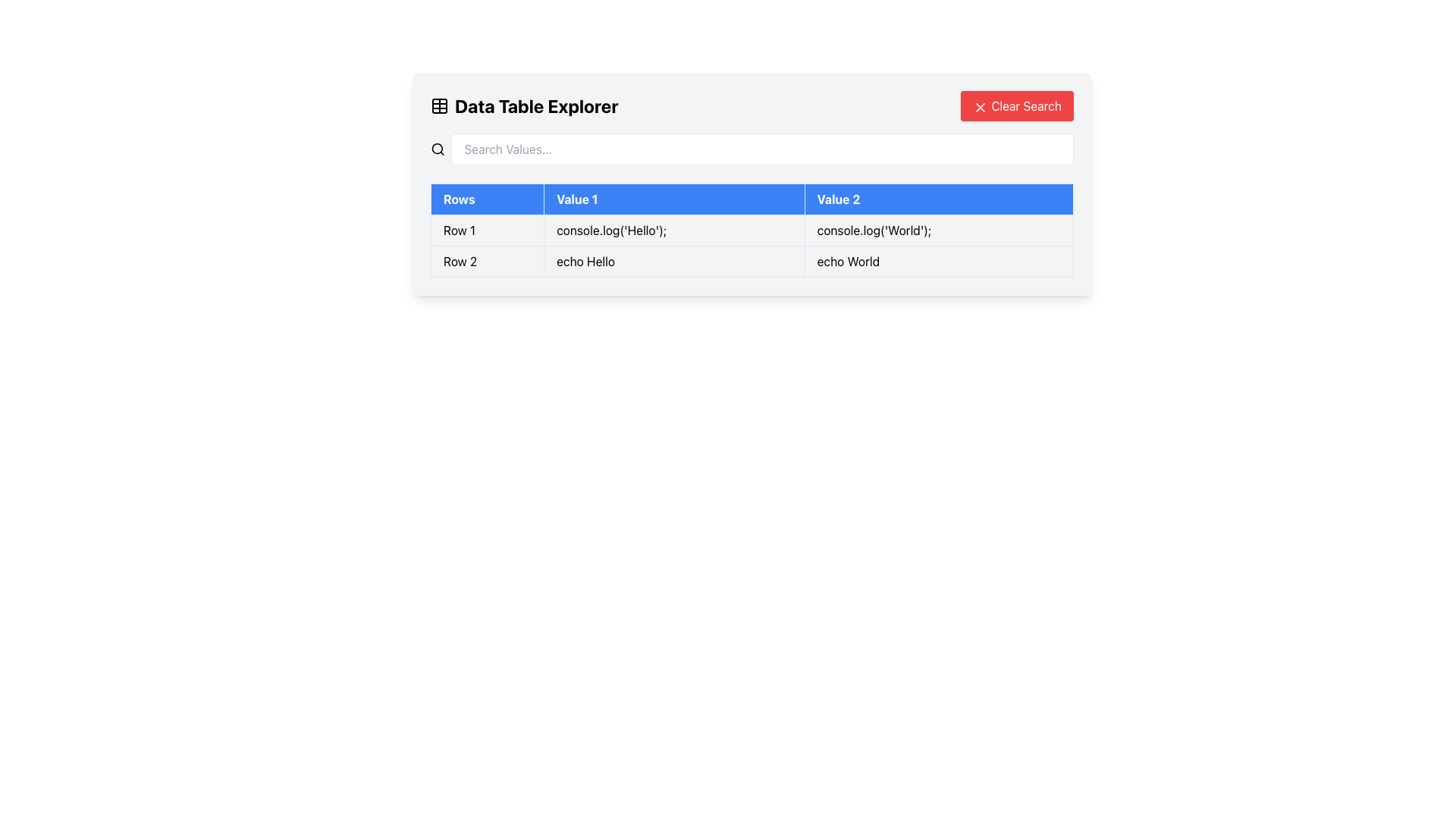 Image resolution: width=1456 pixels, height=819 pixels. Describe the element at coordinates (981, 106) in the screenshot. I see `the Close icon (X) within the 'Clear Search' button located in the top-right corner of the interface` at that location.